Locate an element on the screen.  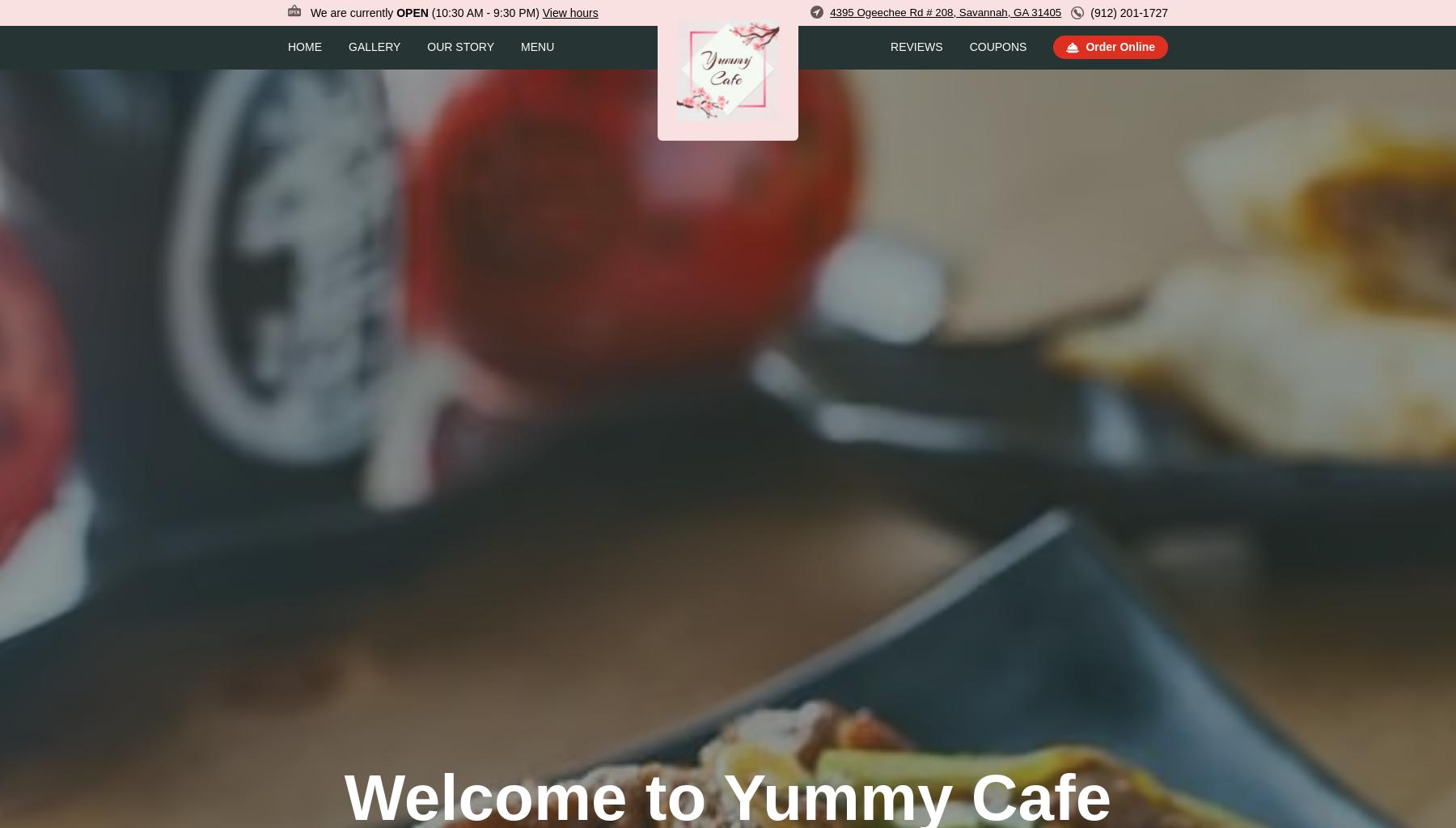
'(' is located at coordinates (432, 12).